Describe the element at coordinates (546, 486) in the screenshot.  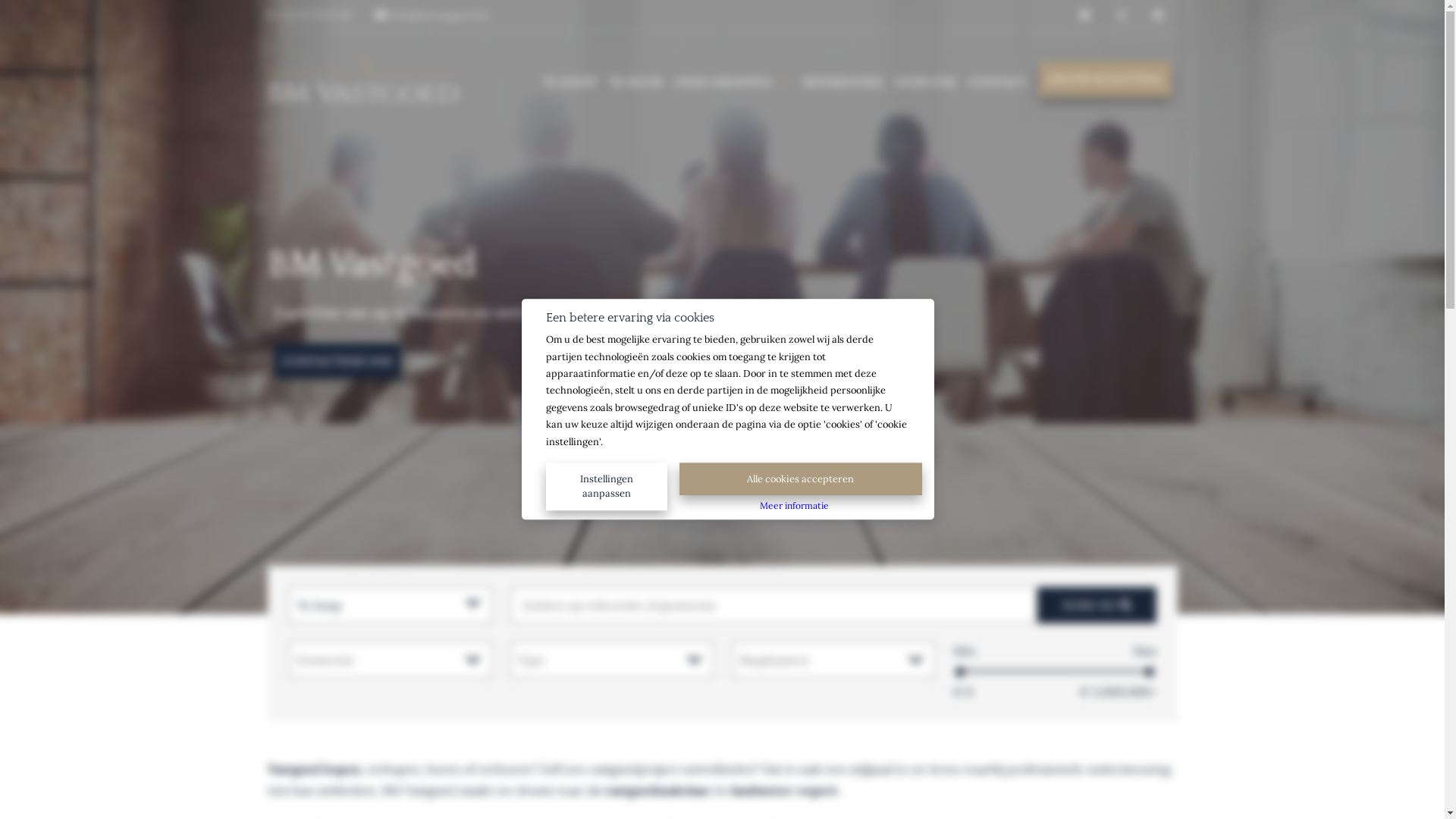
I see `'Instellingen aanpassen'` at that location.